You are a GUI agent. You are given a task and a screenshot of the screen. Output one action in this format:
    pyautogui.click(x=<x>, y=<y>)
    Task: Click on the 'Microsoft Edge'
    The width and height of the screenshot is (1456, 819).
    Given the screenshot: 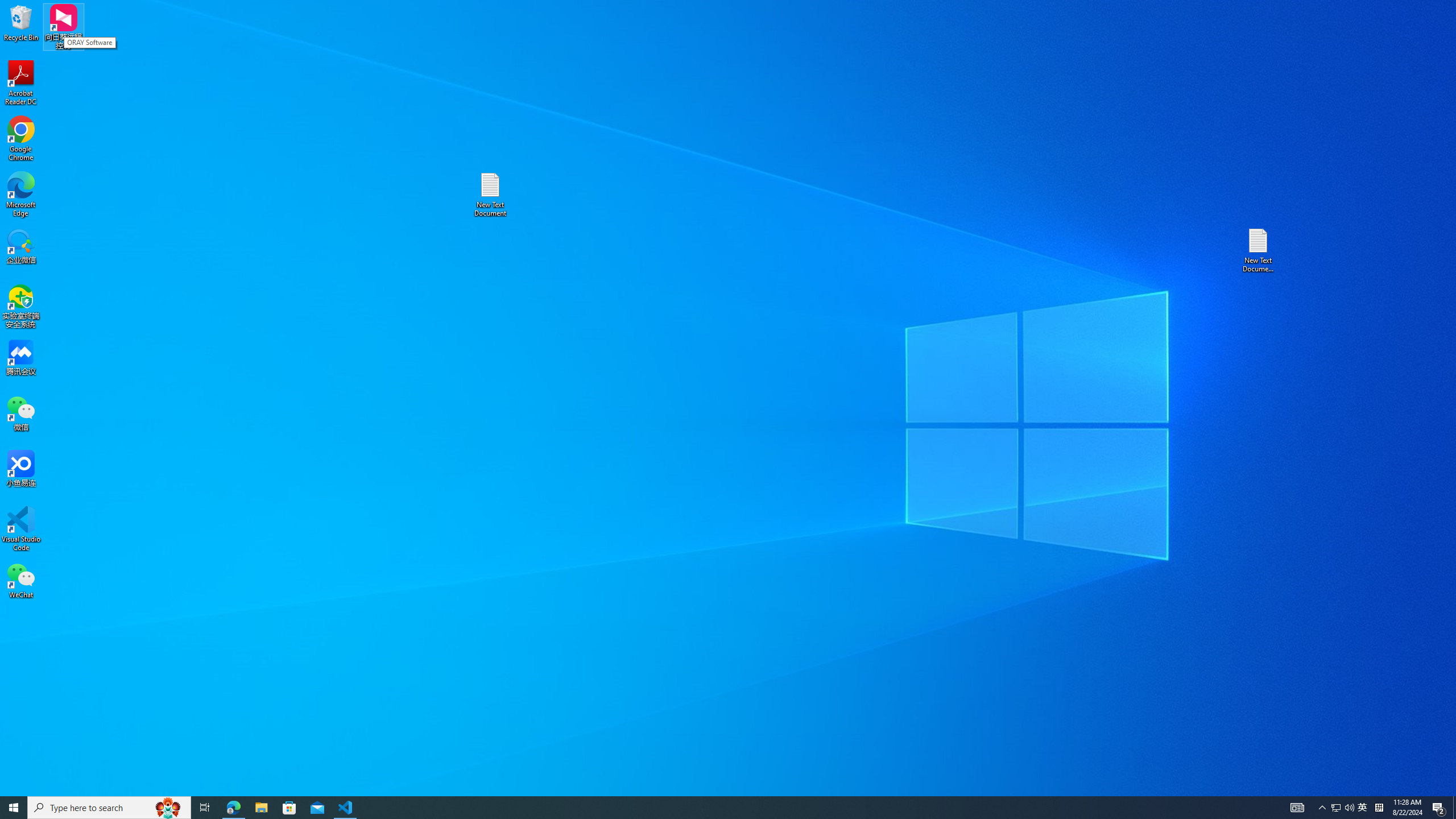 What is the action you would take?
    pyautogui.click(x=20, y=194)
    